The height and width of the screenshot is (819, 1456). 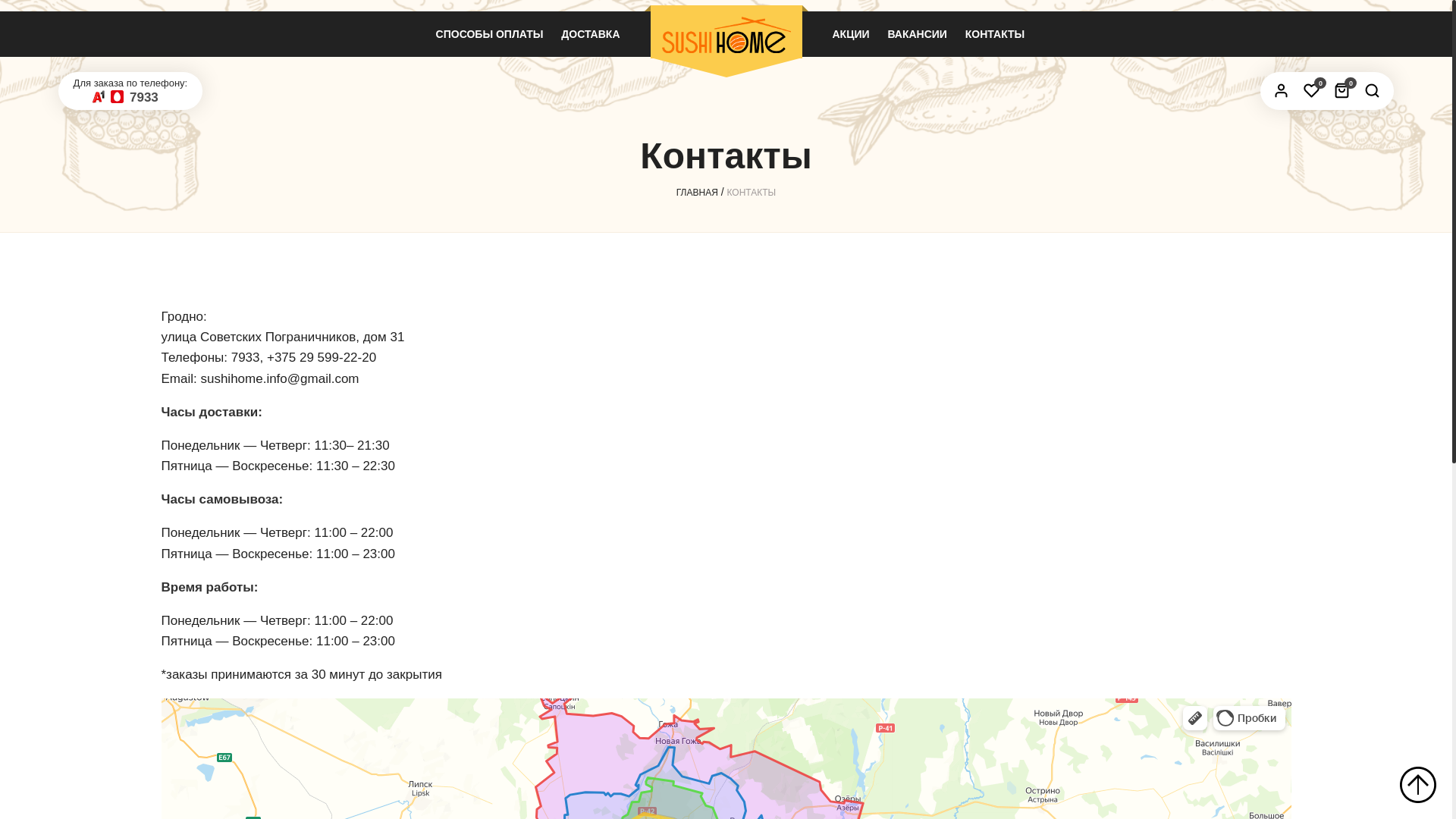 I want to click on '0', so click(x=1310, y=90).